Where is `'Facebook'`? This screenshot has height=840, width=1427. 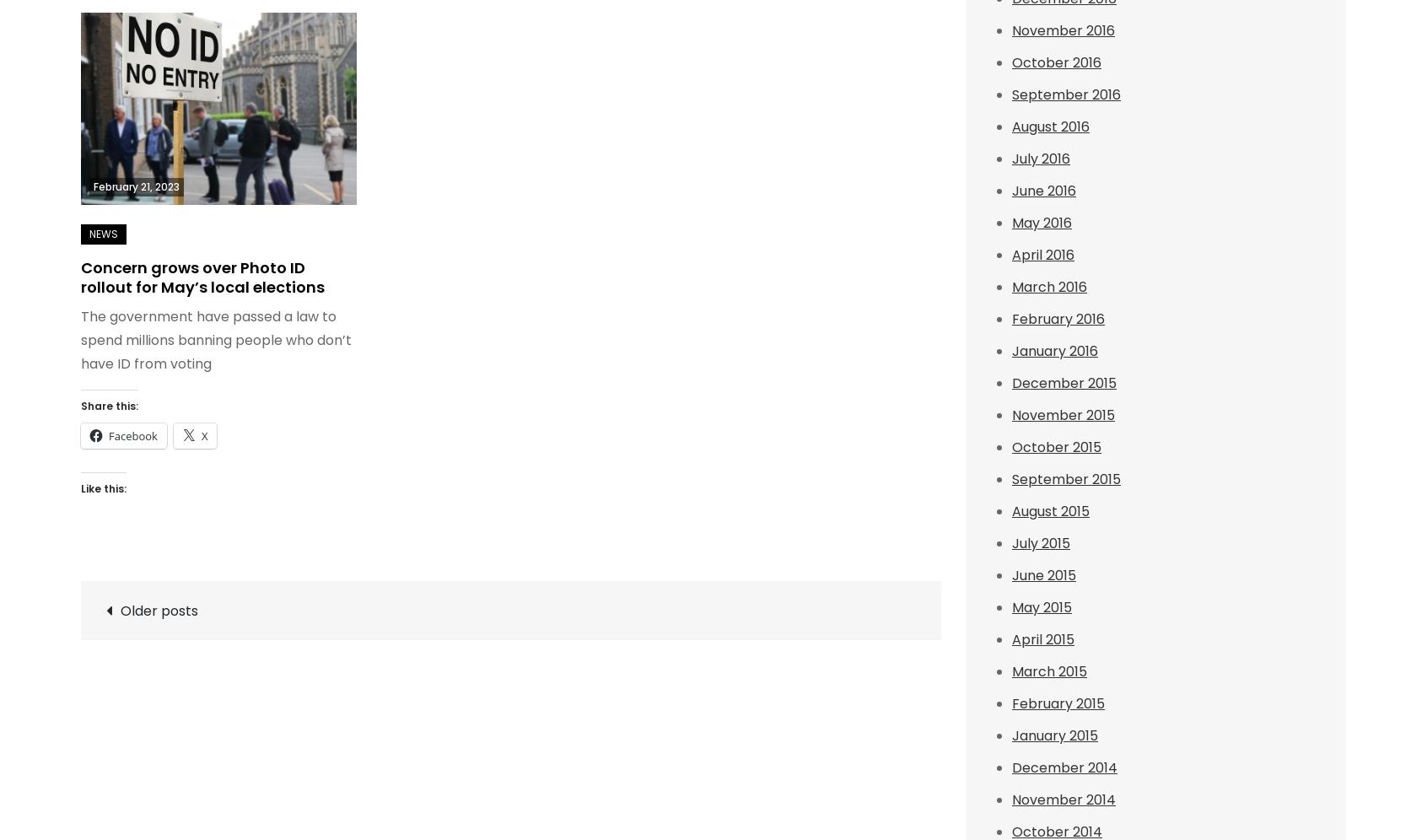 'Facebook' is located at coordinates (132, 435).